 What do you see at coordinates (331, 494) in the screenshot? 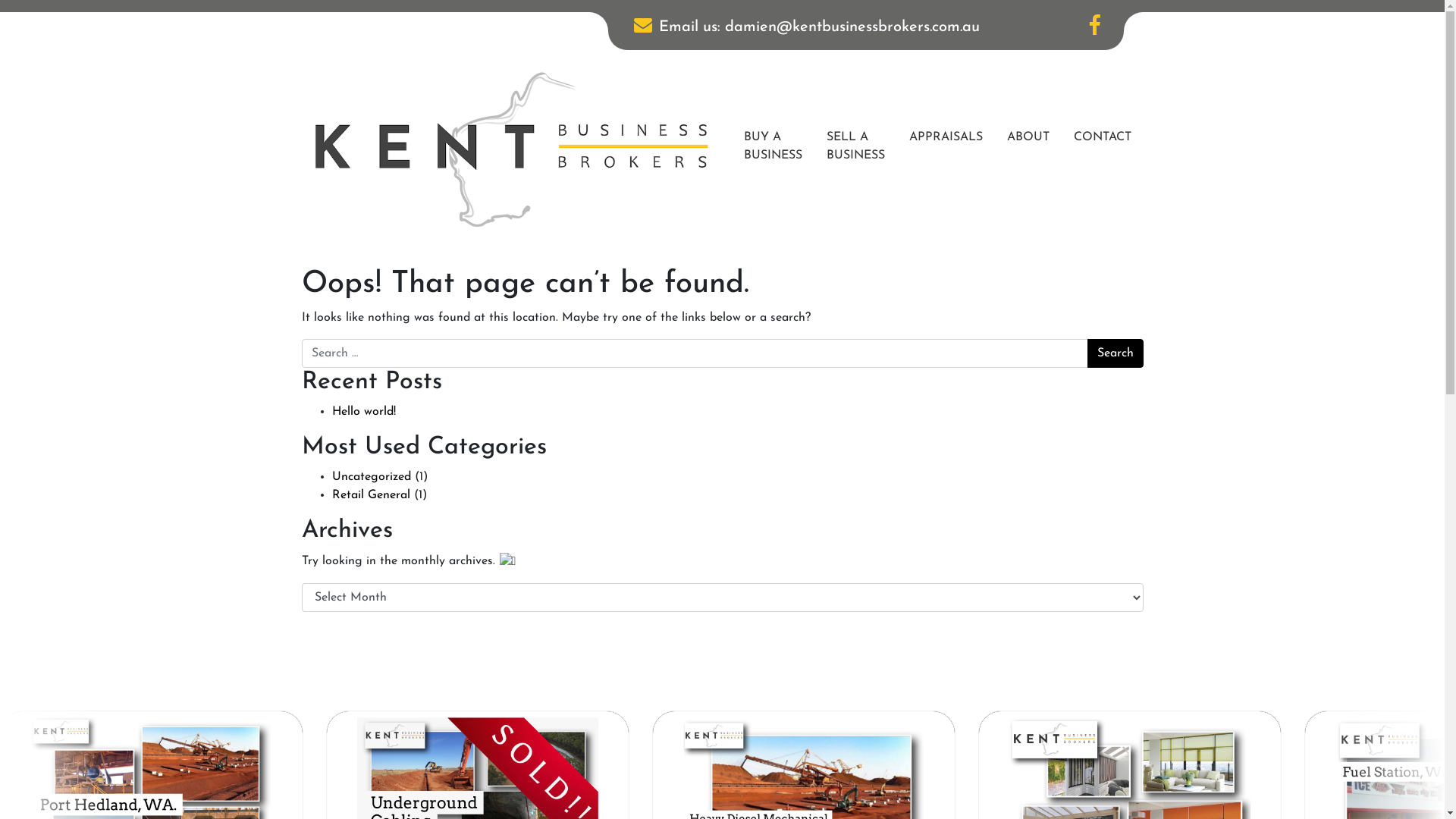
I see `'Retail General'` at bounding box center [331, 494].